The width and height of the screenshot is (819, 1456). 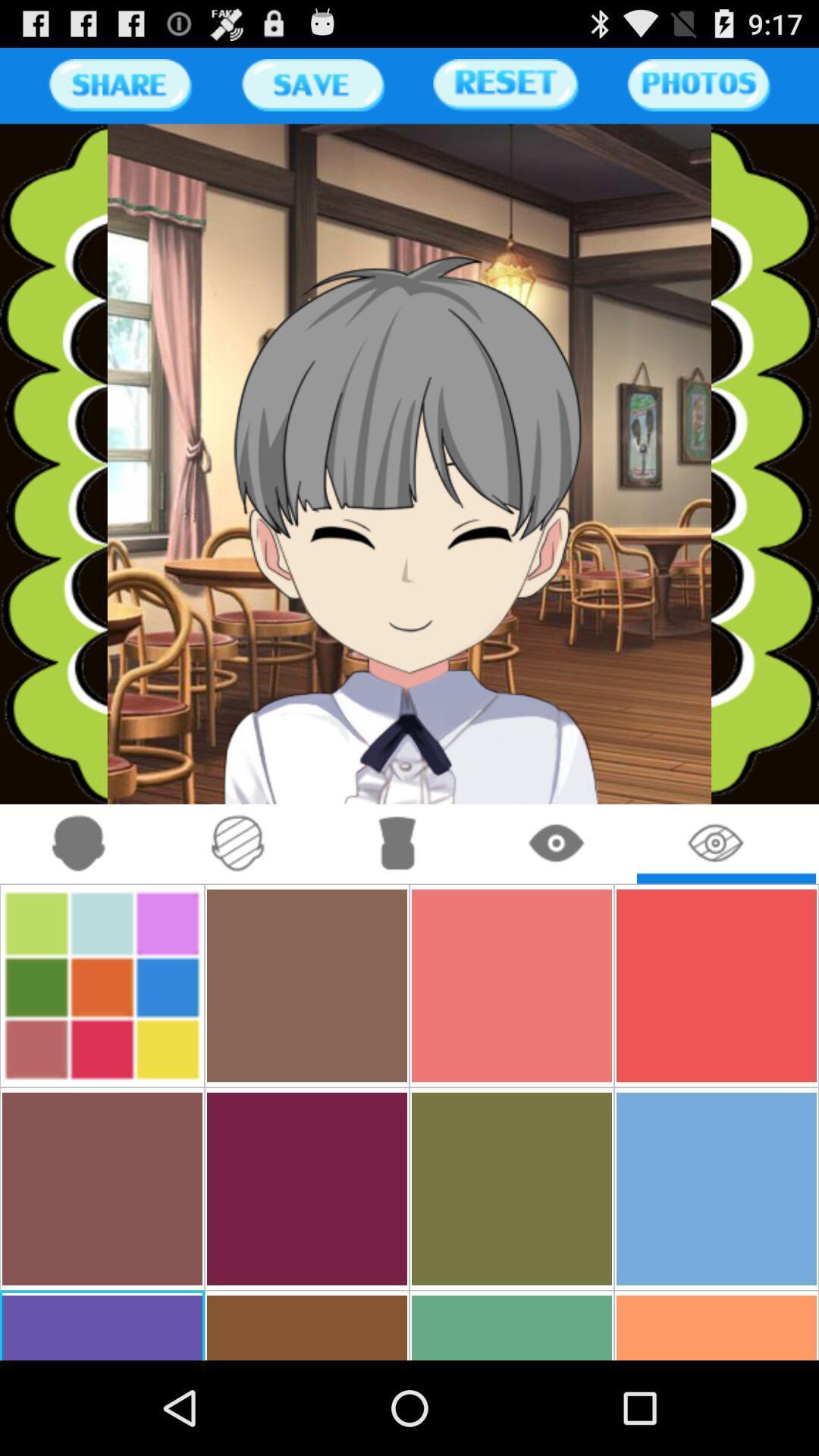 I want to click on autoplay option, so click(x=79, y=843).